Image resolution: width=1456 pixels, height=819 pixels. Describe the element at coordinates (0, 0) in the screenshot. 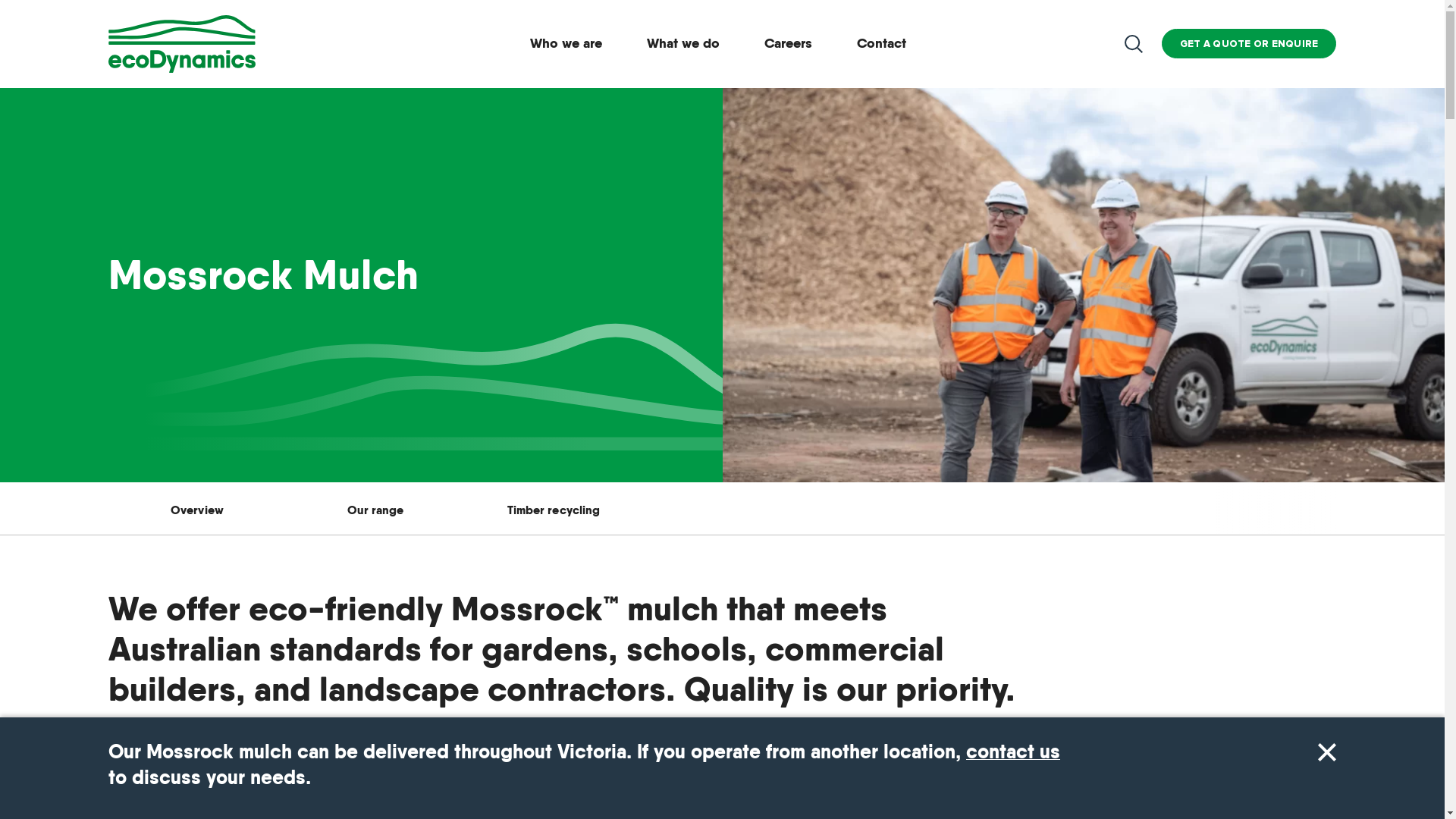

I see `'Skip to content'` at that location.